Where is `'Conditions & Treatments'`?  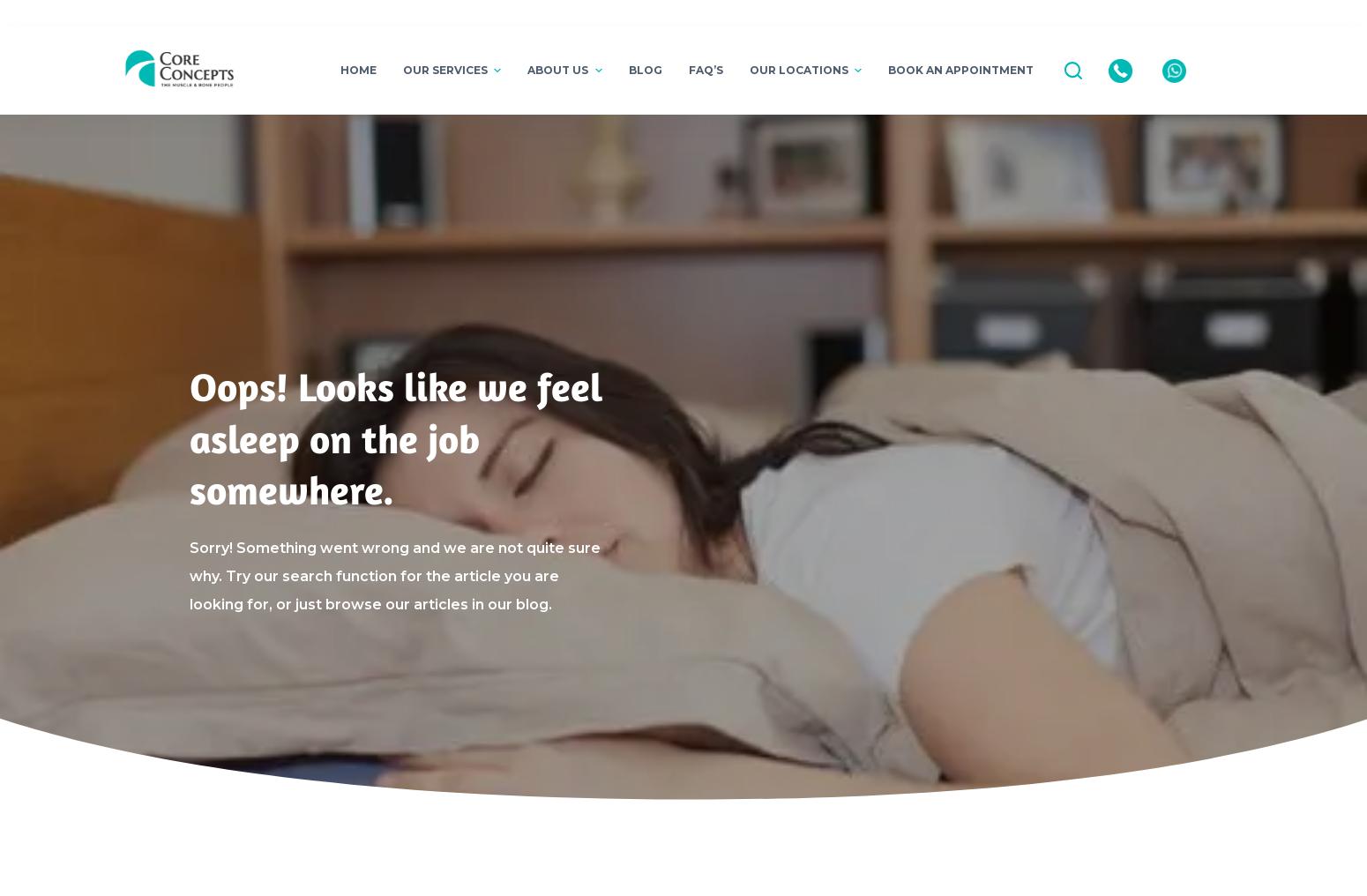 'Conditions & Treatments' is located at coordinates (594, 196).